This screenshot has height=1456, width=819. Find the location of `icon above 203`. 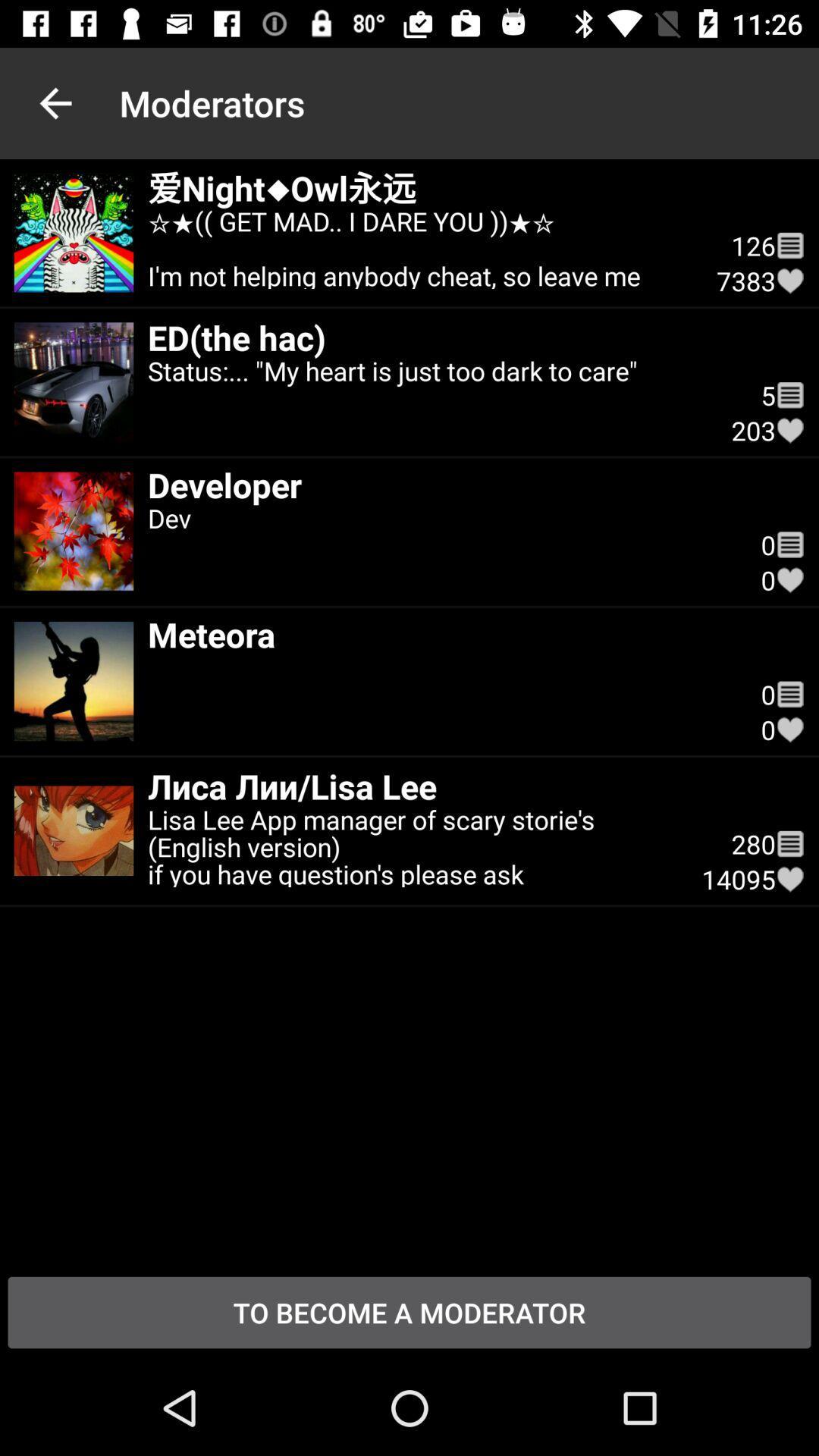

icon above 203 is located at coordinates (789, 395).